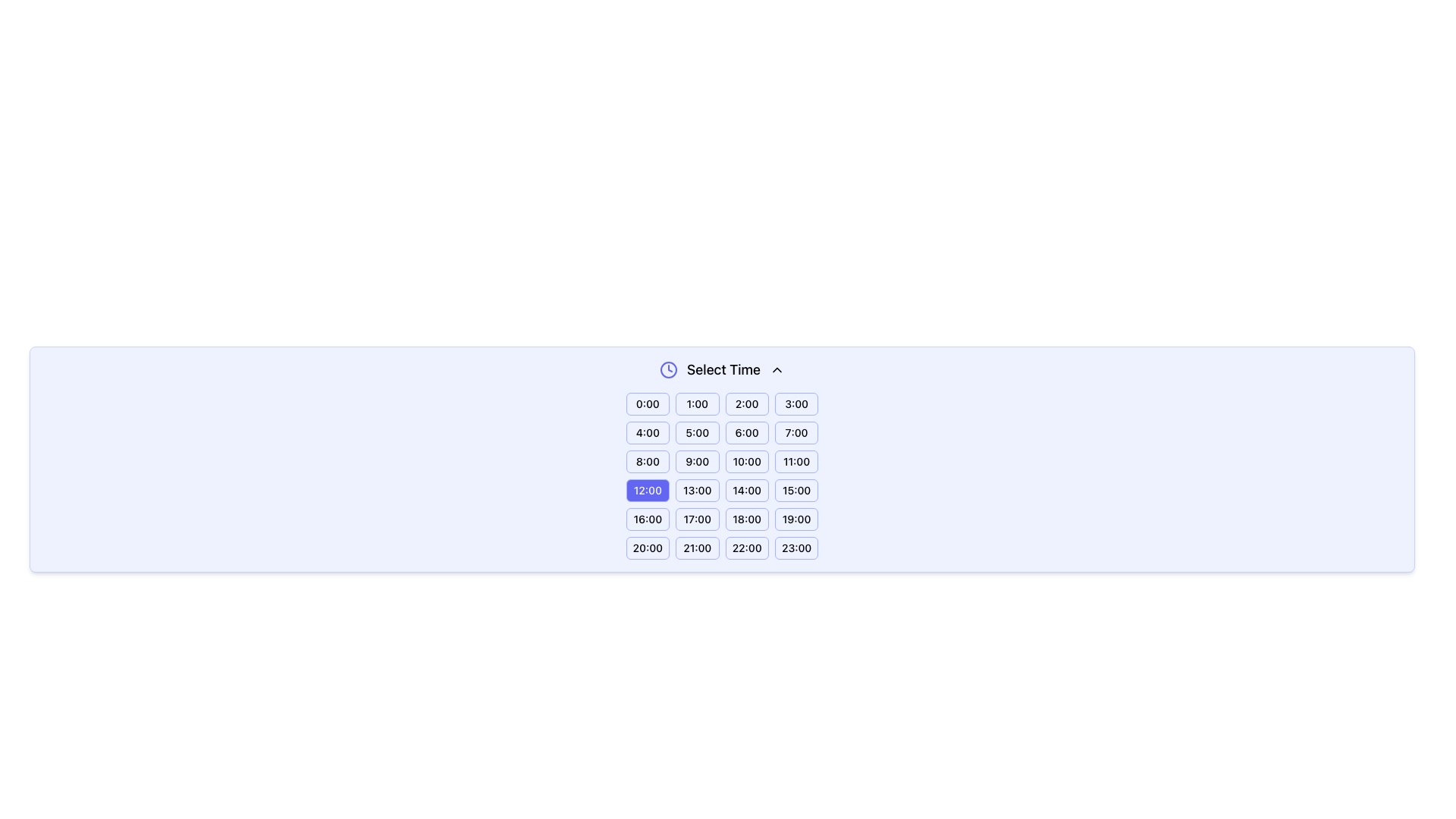 The image size is (1456, 819). Describe the element at coordinates (696, 519) in the screenshot. I see `the button labeled '17:00' in the time selection grid` at that location.